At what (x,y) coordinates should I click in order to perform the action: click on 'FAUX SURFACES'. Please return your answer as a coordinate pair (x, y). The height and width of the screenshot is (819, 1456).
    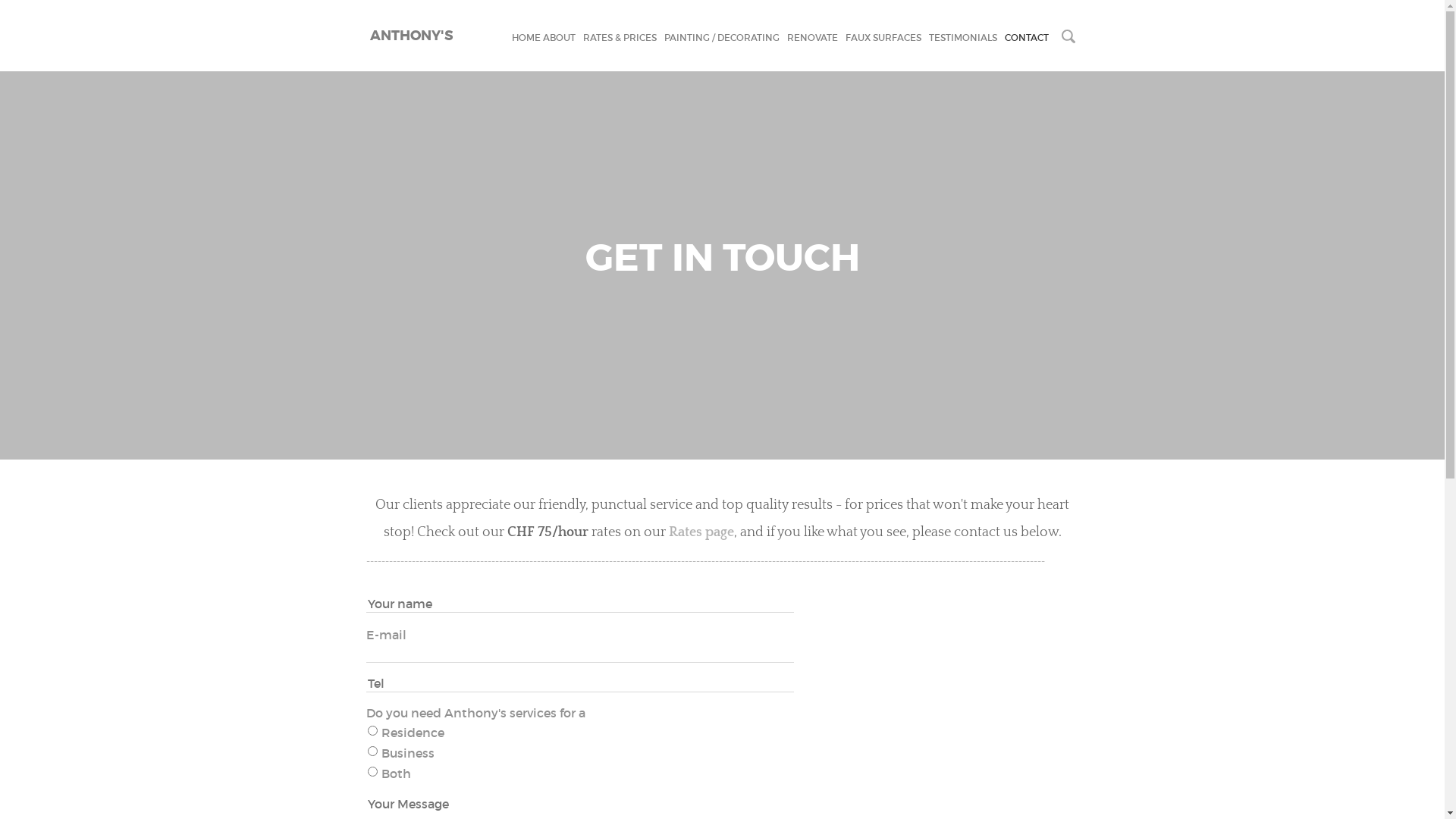
    Looking at the image, I should click on (882, 36).